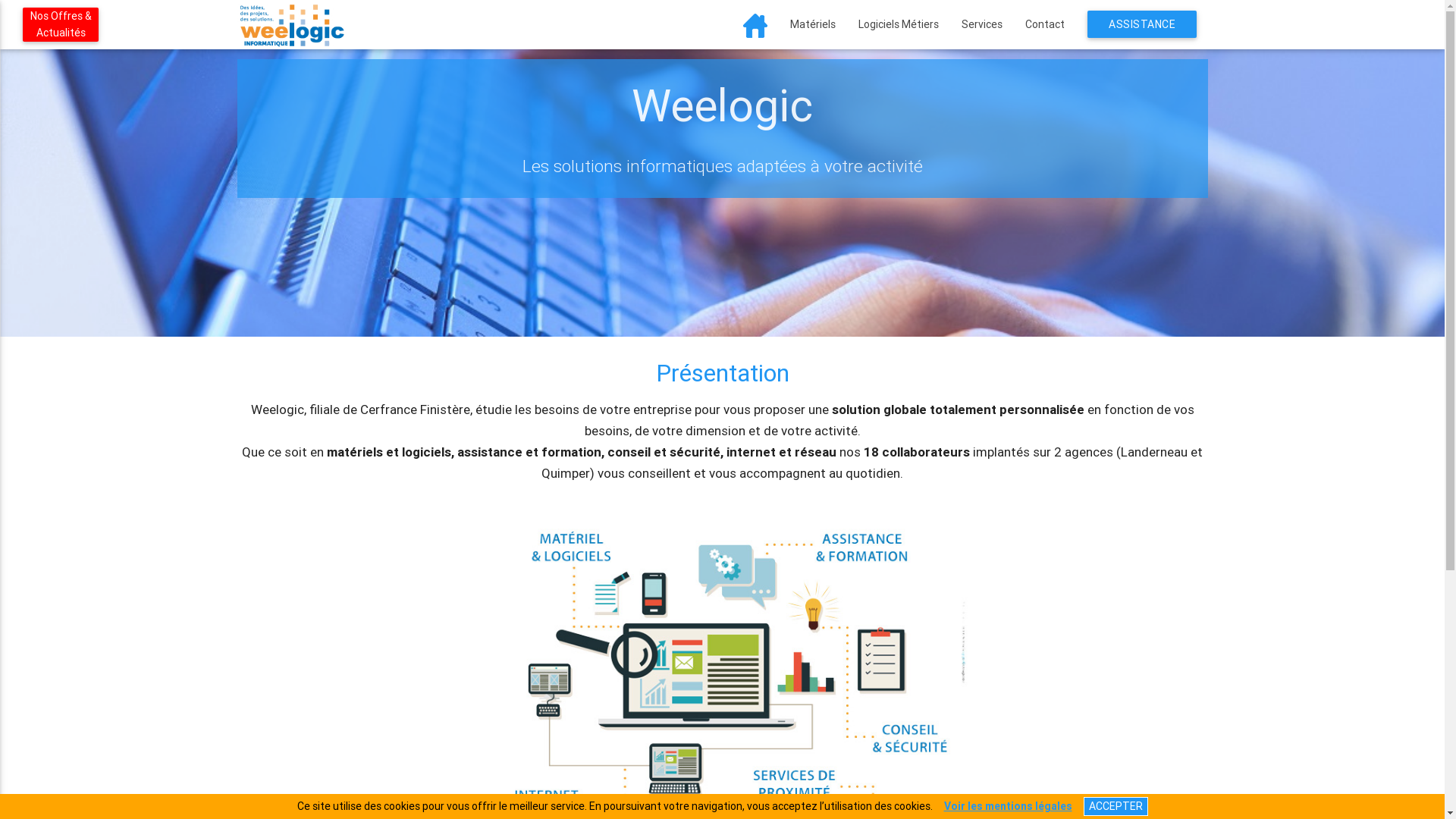 The height and width of the screenshot is (819, 1456). I want to click on 'Services', so click(981, 24).